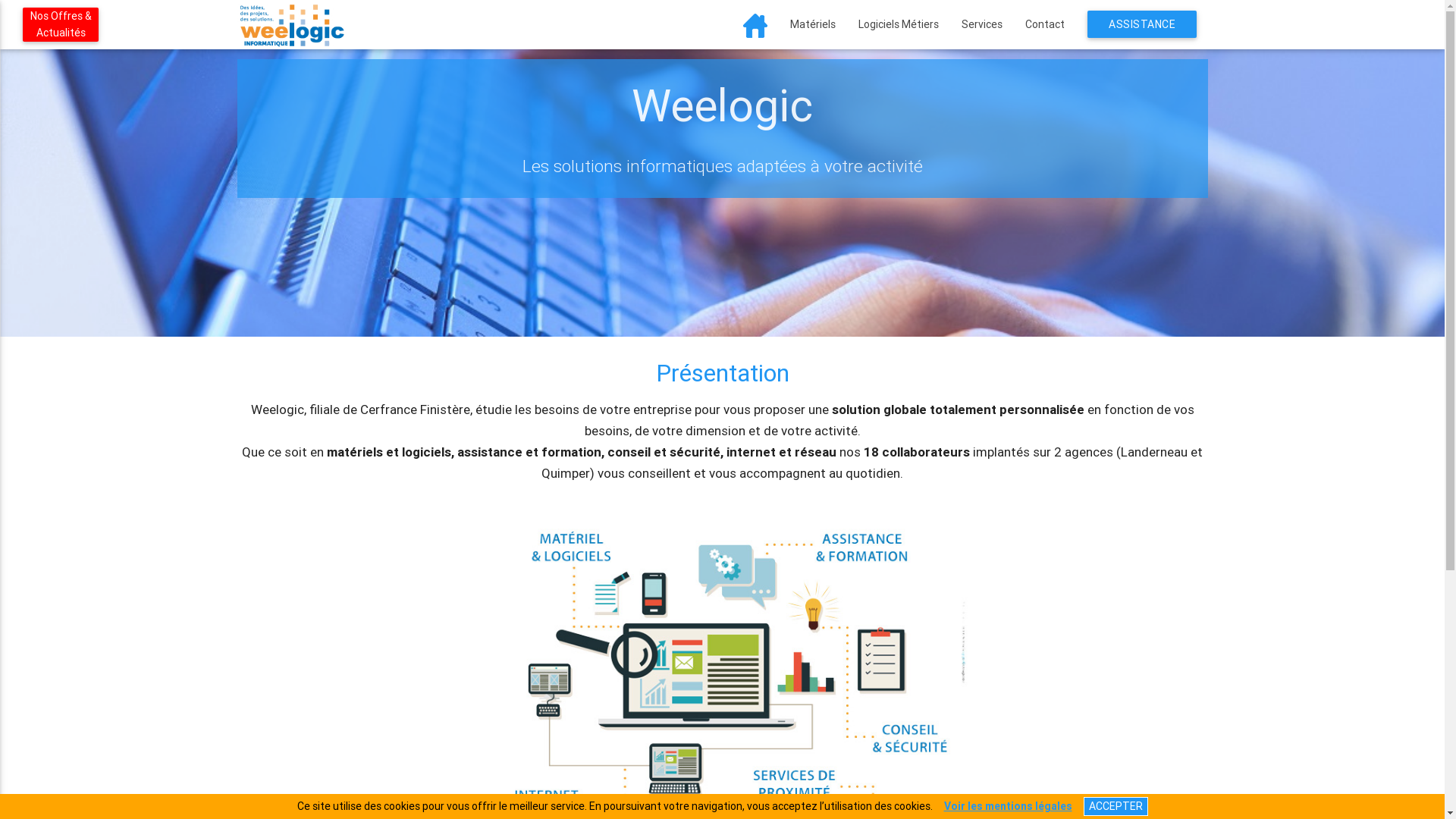 The height and width of the screenshot is (819, 1456). I want to click on 'Services', so click(981, 24).